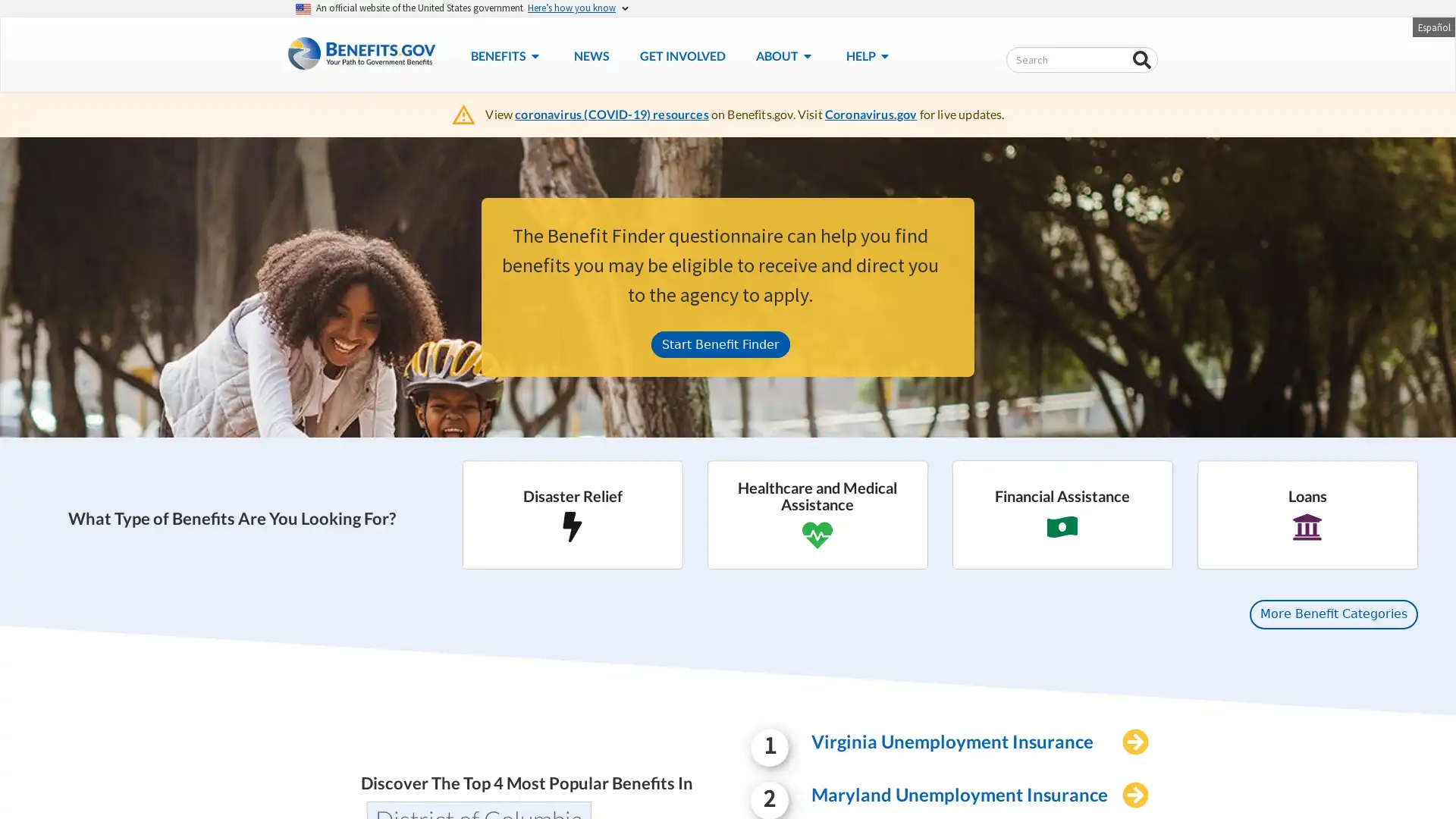 The height and width of the screenshot is (819, 1456). What do you see at coordinates (590, 55) in the screenshot?
I see `NEWS` at bounding box center [590, 55].